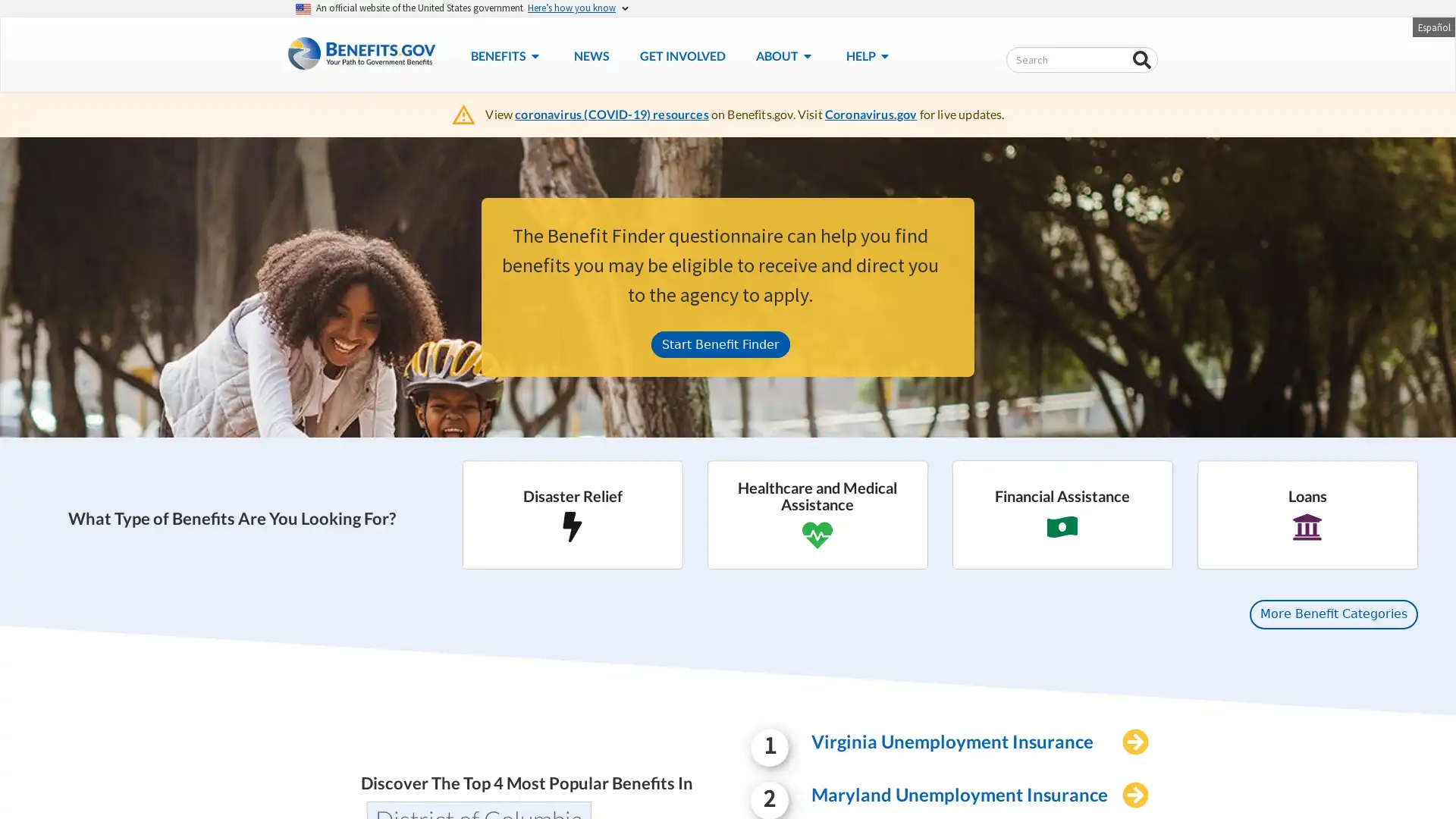 The height and width of the screenshot is (819, 1456). What do you see at coordinates (590, 55) in the screenshot?
I see `NEWS` at bounding box center [590, 55].